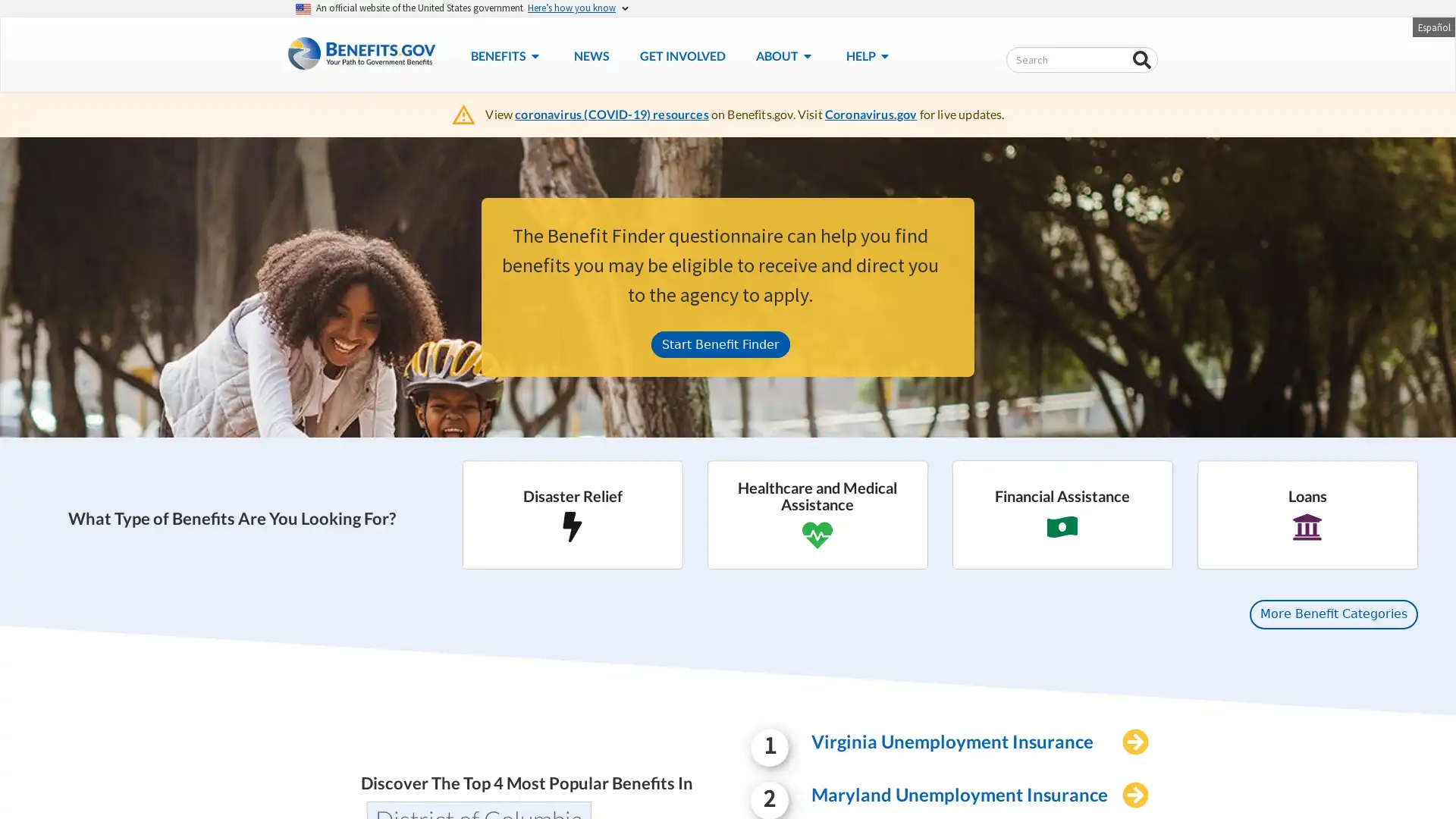 The height and width of the screenshot is (819, 1456). What do you see at coordinates (590, 55) in the screenshot?
I see `NEWS` at bounding box center [590, 55].